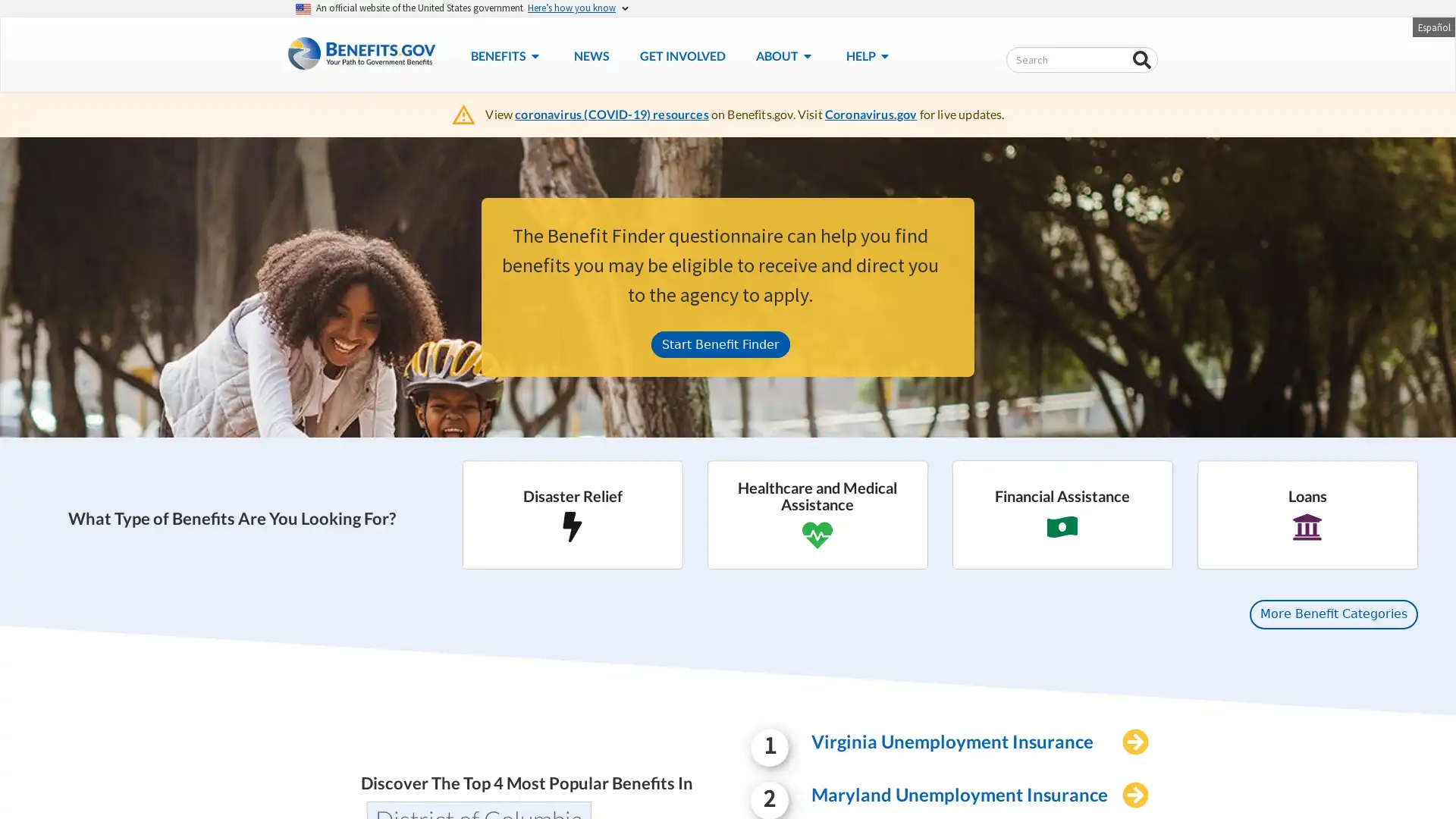 The height and width of the screenshot is (819, 1456). What do you see at coordinates (590, 55) in the screenshot?
I see `NEWS` at bounding box center [590, 55].